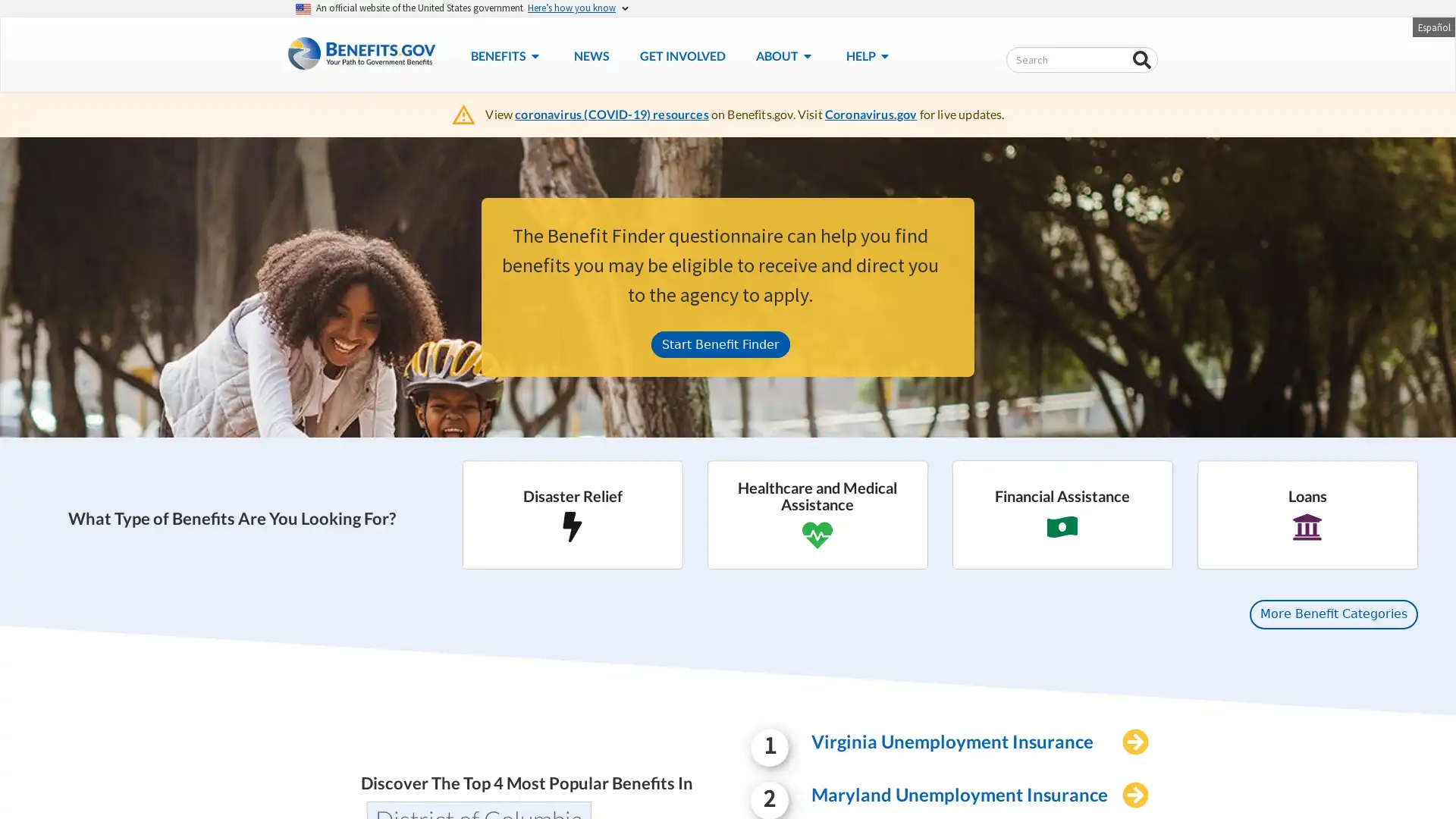 The height and width of the screenshot is (819, 1456). What do you see at coordinates (590, 55) in the screenshot?
I see `NEWS` at bounding box center [590, 55].